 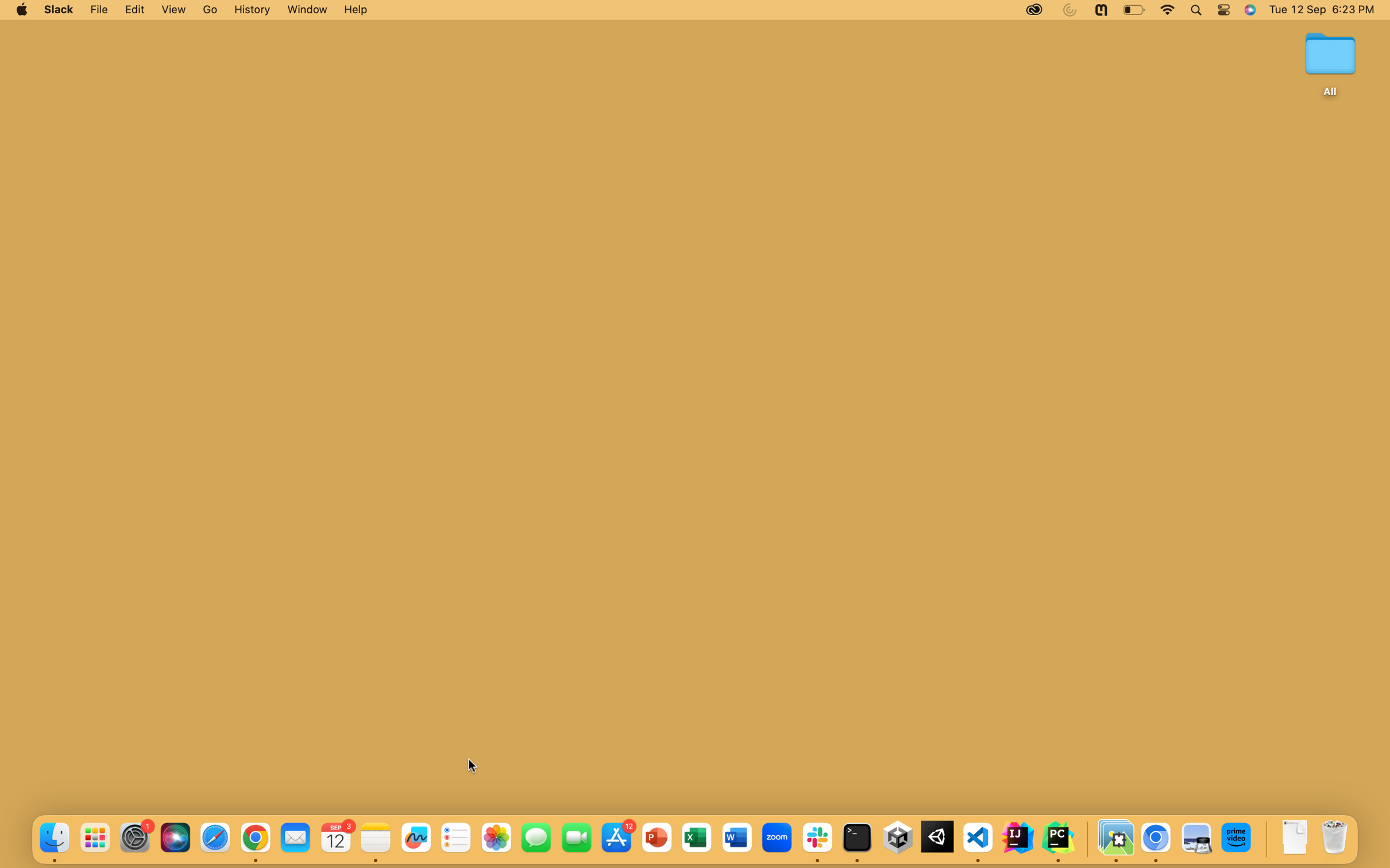 What do you see at coordinates (99, 10) in the screenshot?
I see `the File Options menu` at bounding box center [99, 10].